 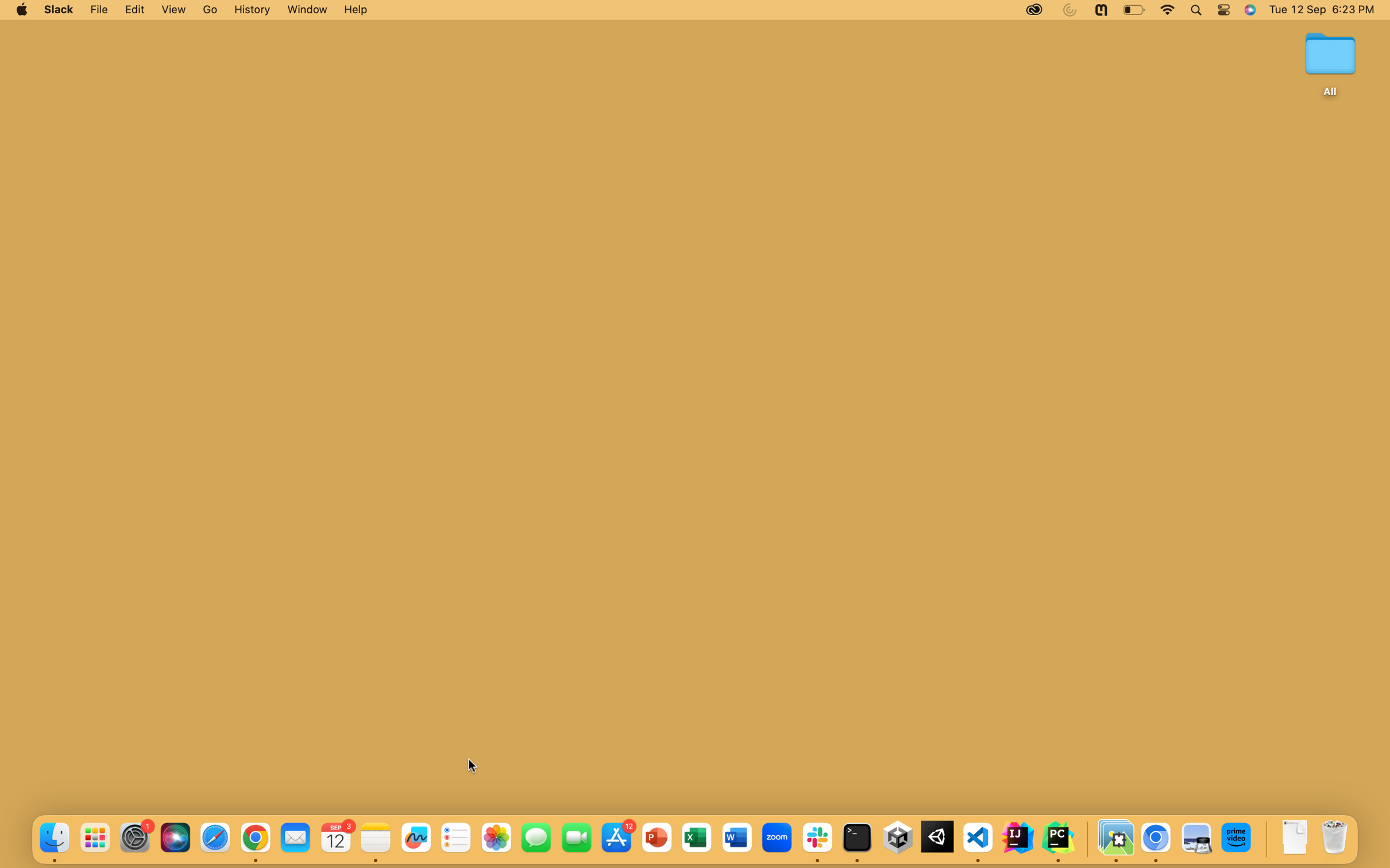 What do you see at coordinates (99, 10) in the screenshot?
I see `the File Options menu` at bounding box center [99, 10].